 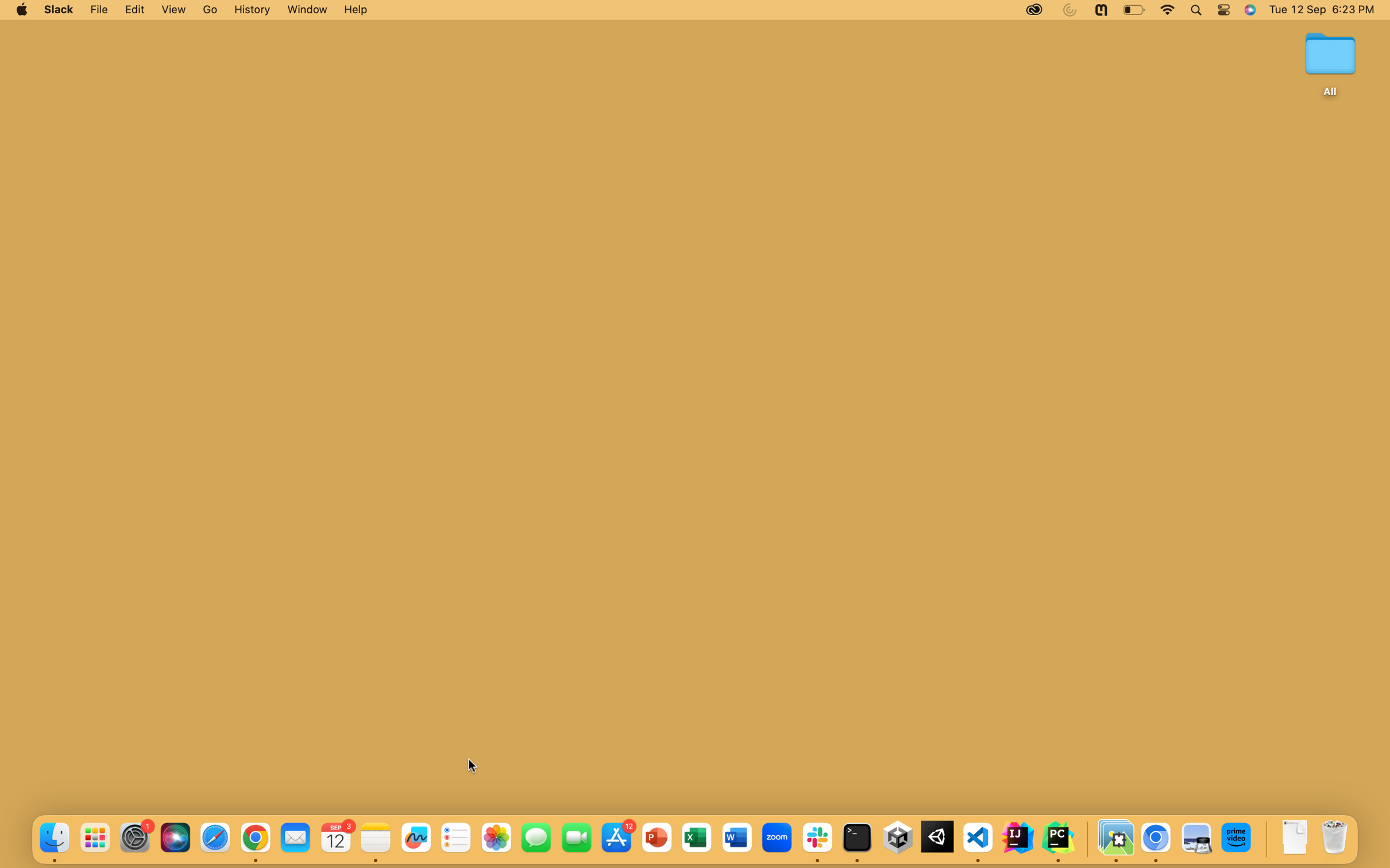 What do you see at coordinates (99, 10) in the screenshot?
I see `the File Options menu` at bounding box center [99, 10].